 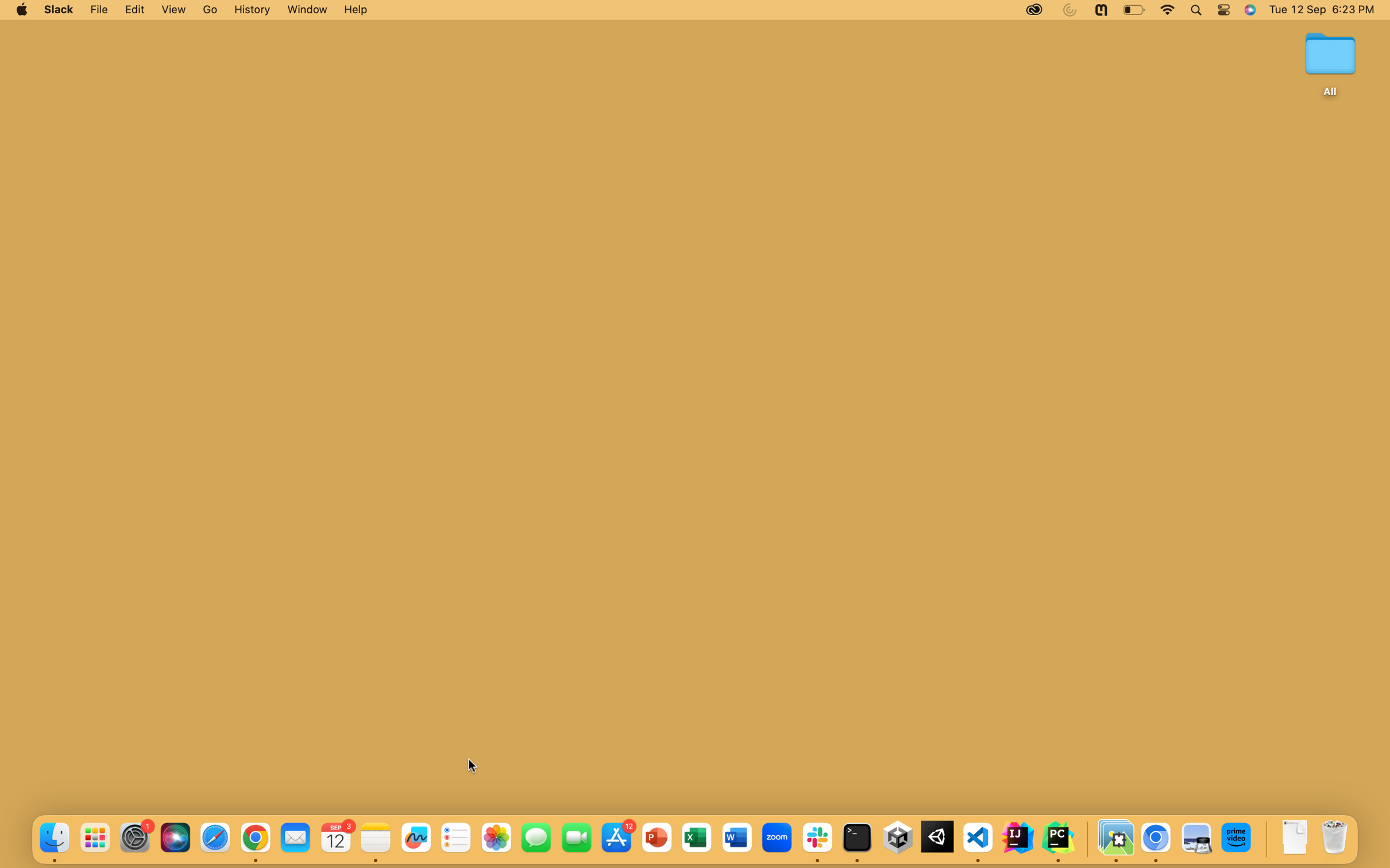 What do you see at coordinates (99, 10) in the screenshot?
I see `the File Options menu` at bounding box center [99, 10].